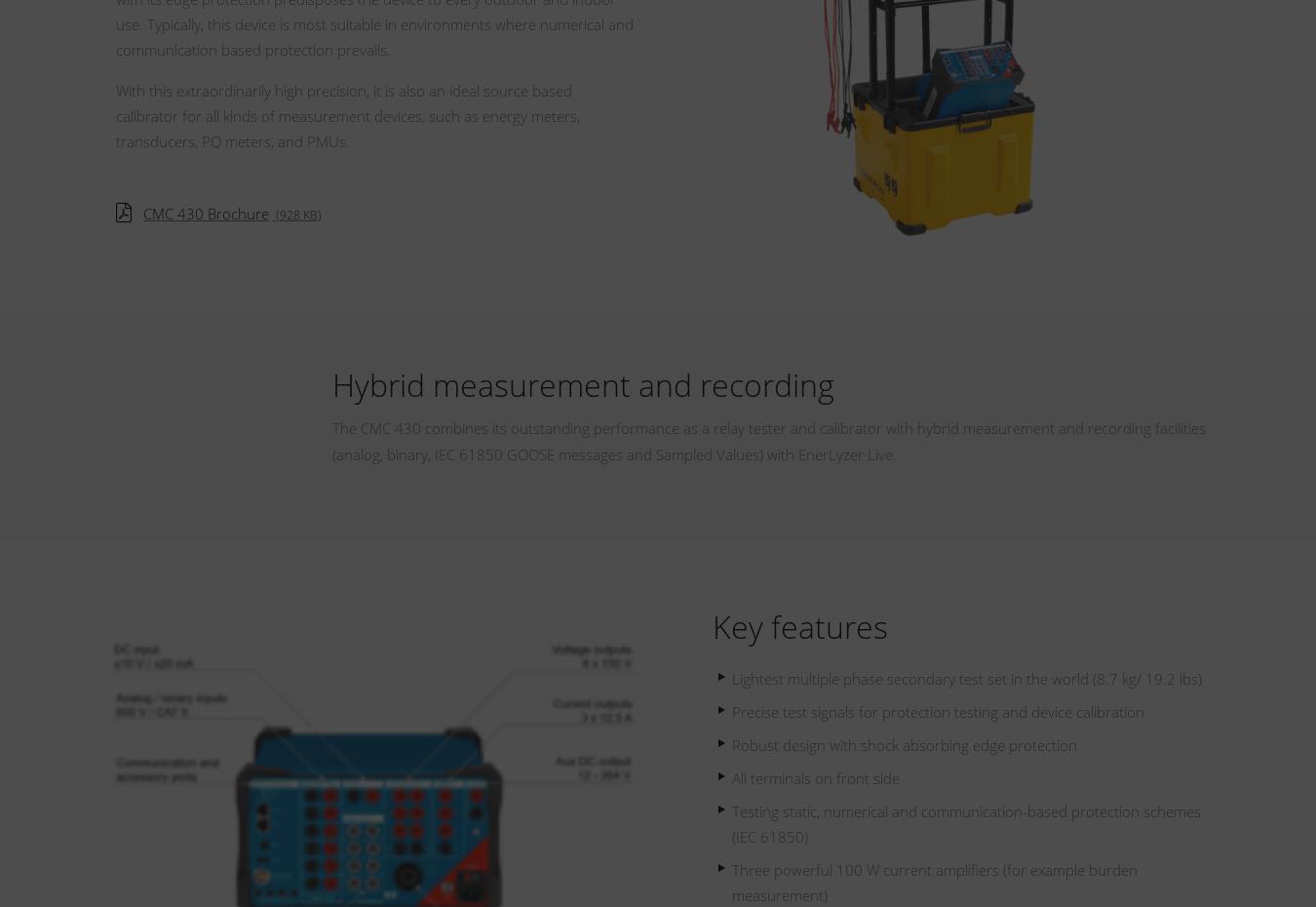 The width and height of the screenshot is (1316, 907). I want to click on 'The CMC 430 combines its outstanding performance as a relay tester and calibrator with hybrid measurement and recording facilities (analog, binary, IEC 61850 GOOSE messages and Sampled Values) with EnerLyzer Live.', so click(766, 440).